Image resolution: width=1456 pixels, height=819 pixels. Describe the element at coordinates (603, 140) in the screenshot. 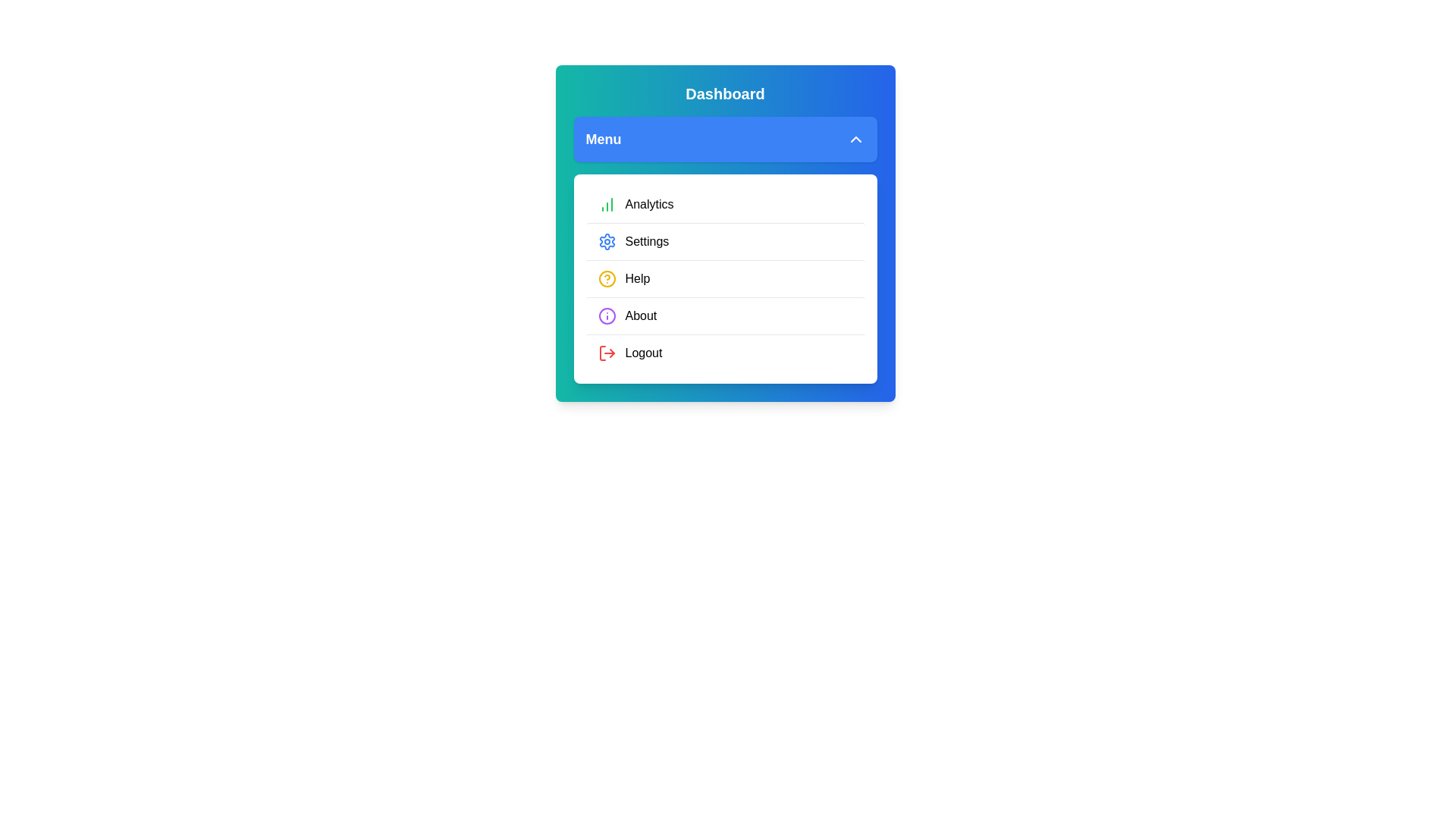

I see `the label indicating the purpose of the dropdown menu interface located at the left side of the header bar` at that location.